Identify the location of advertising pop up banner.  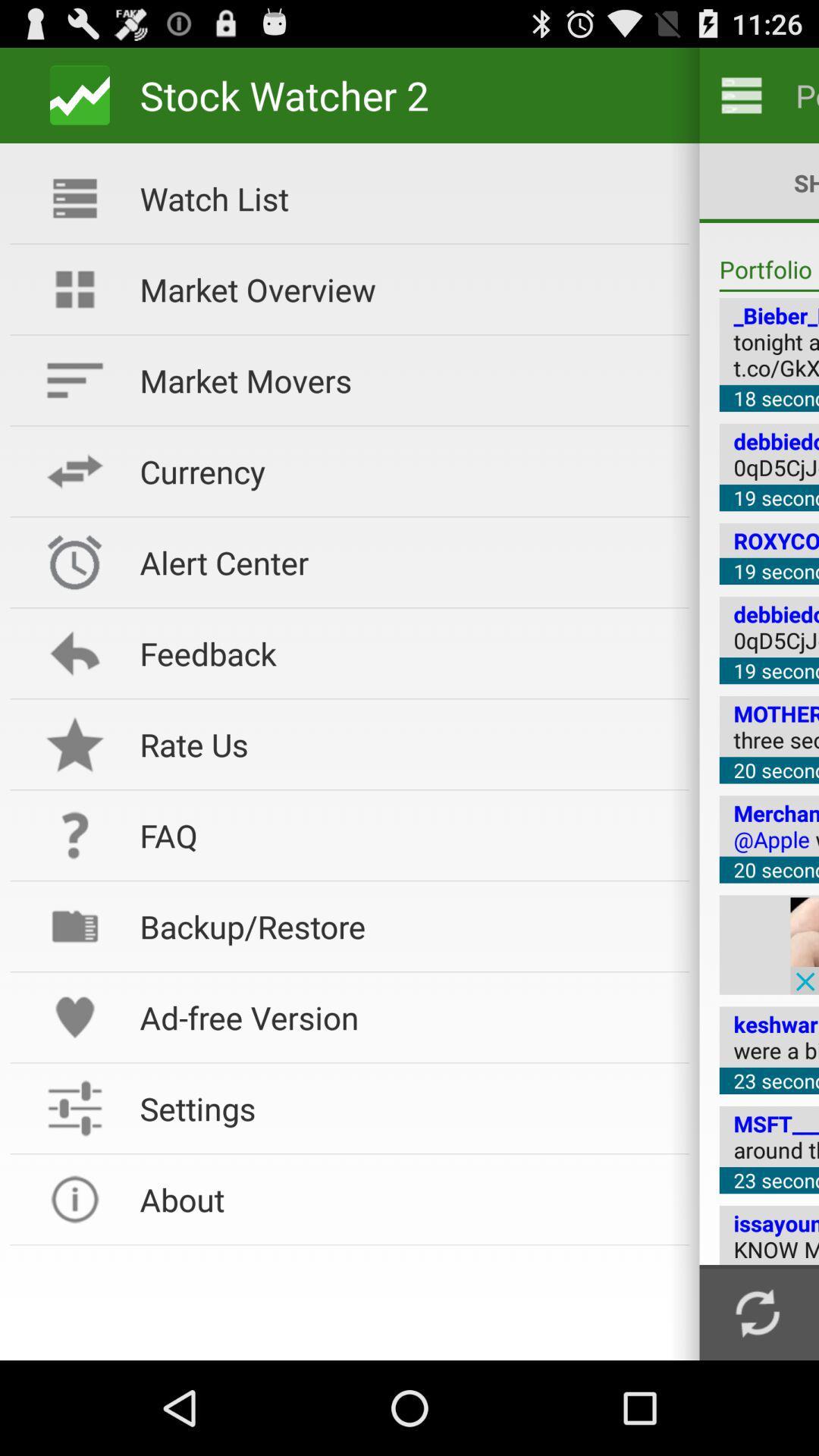
(804, 944).